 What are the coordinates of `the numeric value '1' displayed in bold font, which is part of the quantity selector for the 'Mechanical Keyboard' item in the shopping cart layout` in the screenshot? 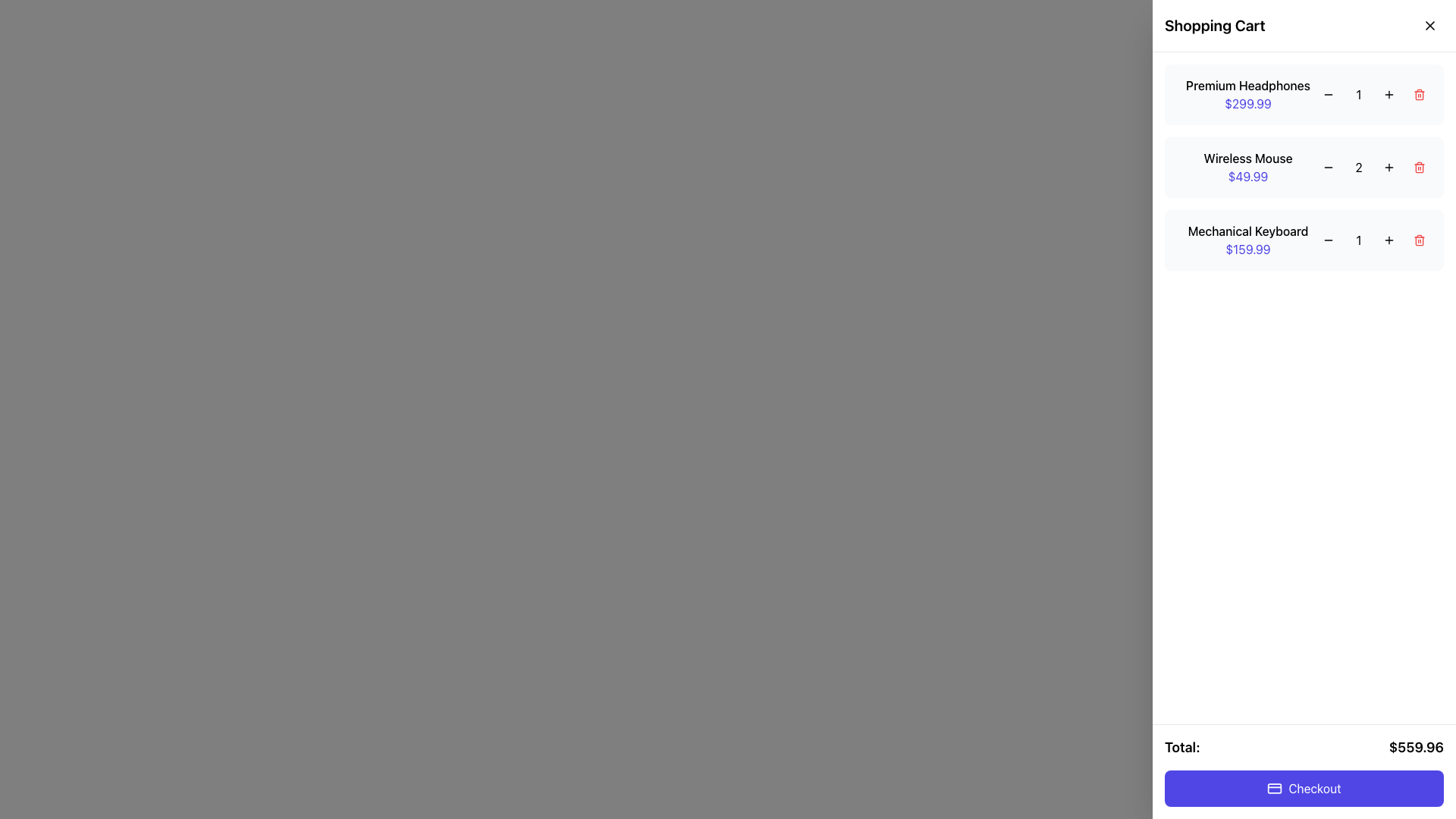 It's located at (1376, 239).